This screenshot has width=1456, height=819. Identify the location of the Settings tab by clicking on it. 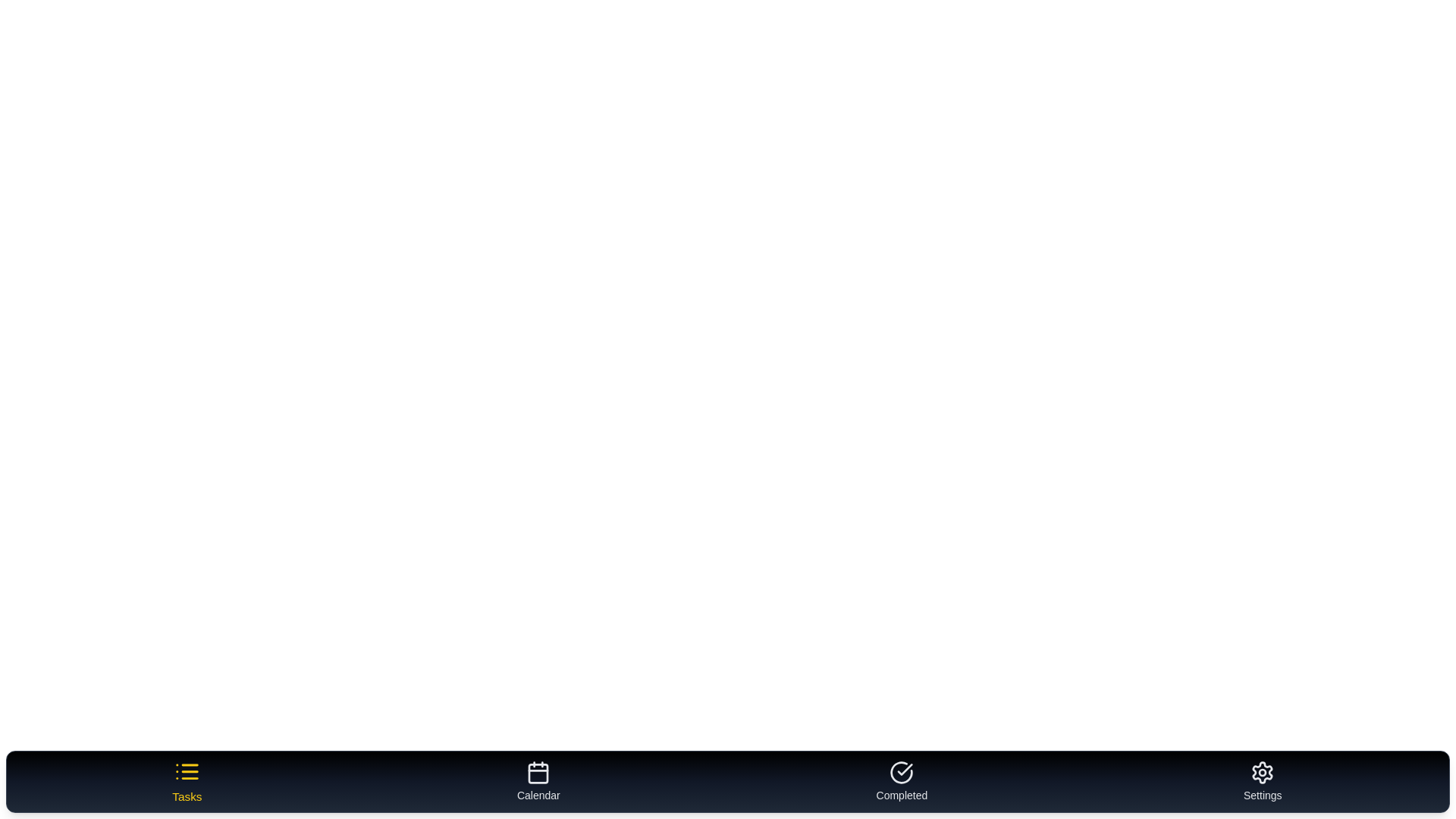
(1263, 781).